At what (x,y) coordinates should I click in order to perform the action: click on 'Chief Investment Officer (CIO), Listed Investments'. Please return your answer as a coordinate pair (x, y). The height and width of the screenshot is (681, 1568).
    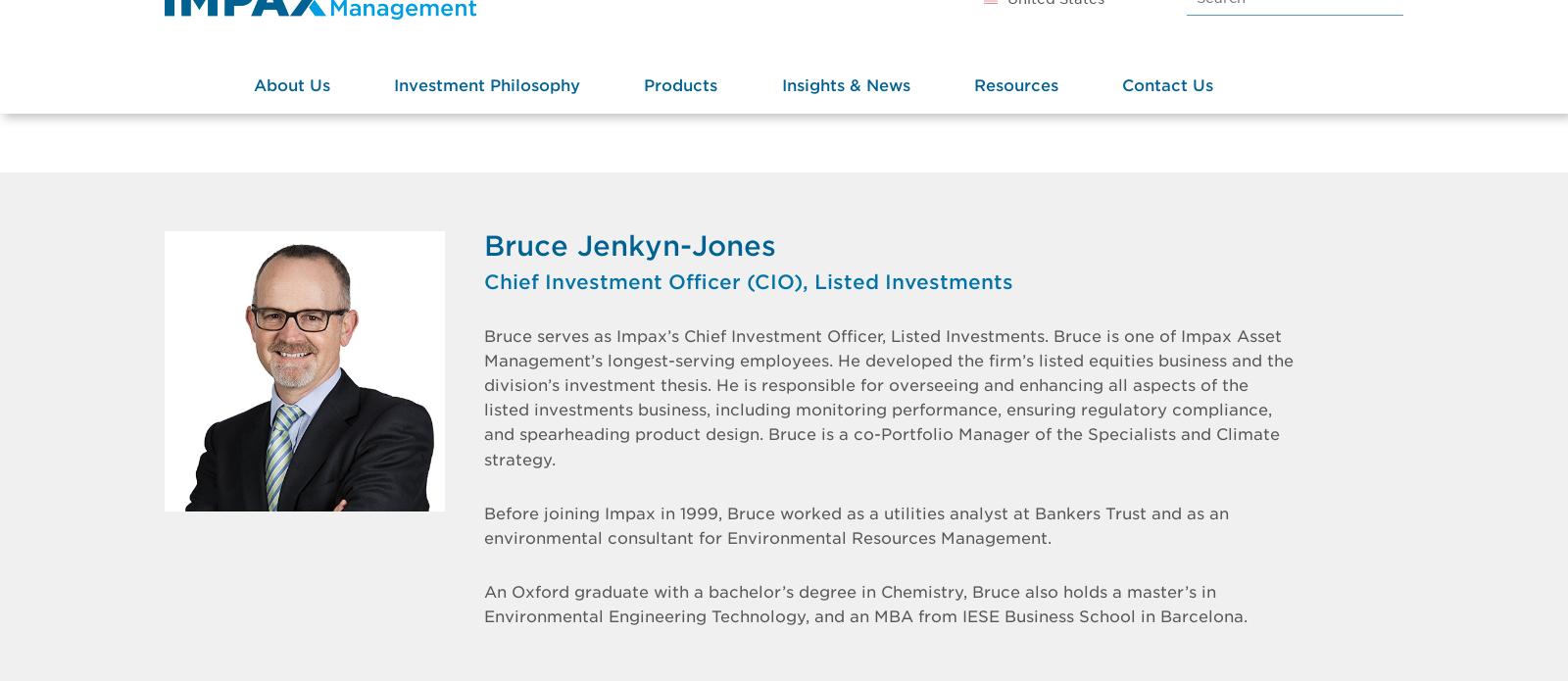
    Looking at the image, I should click on (483, 280).